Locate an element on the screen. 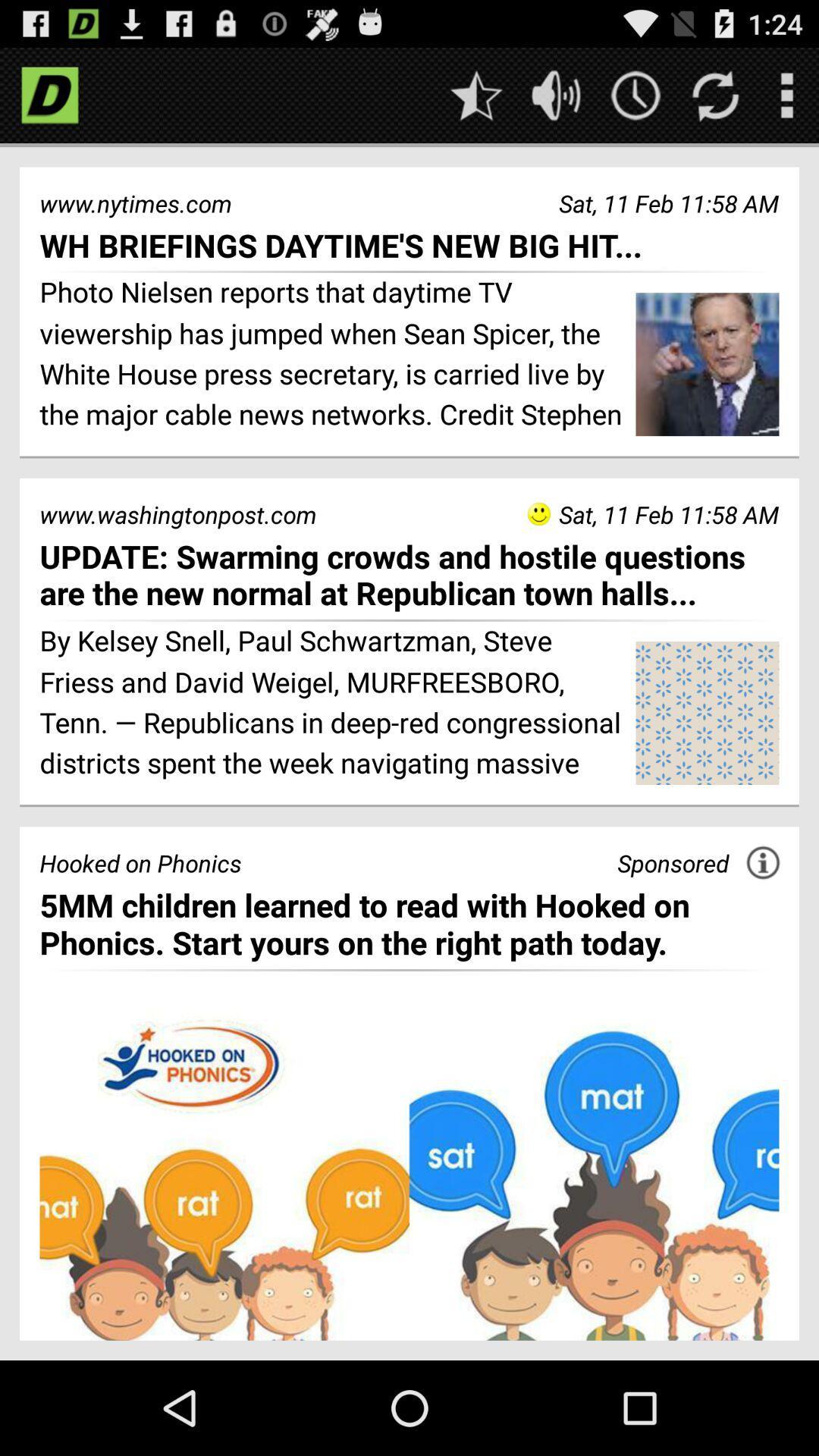  icon above the 5mm children learned is located at coordinates (672, 863).